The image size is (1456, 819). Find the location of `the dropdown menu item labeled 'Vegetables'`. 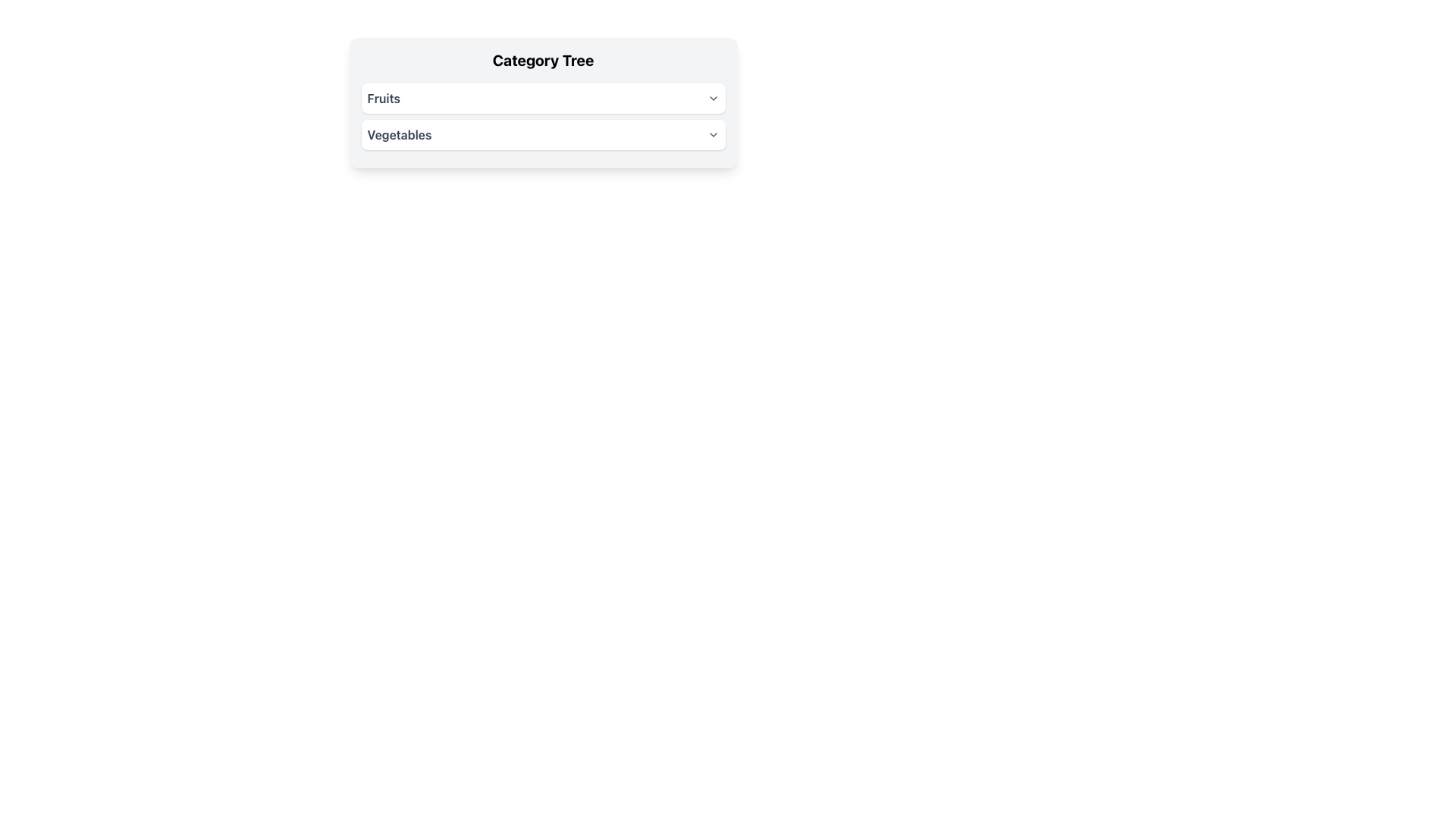

the dropdown menu item labeled 'Vegetables' is located at coordinates (543, 133).